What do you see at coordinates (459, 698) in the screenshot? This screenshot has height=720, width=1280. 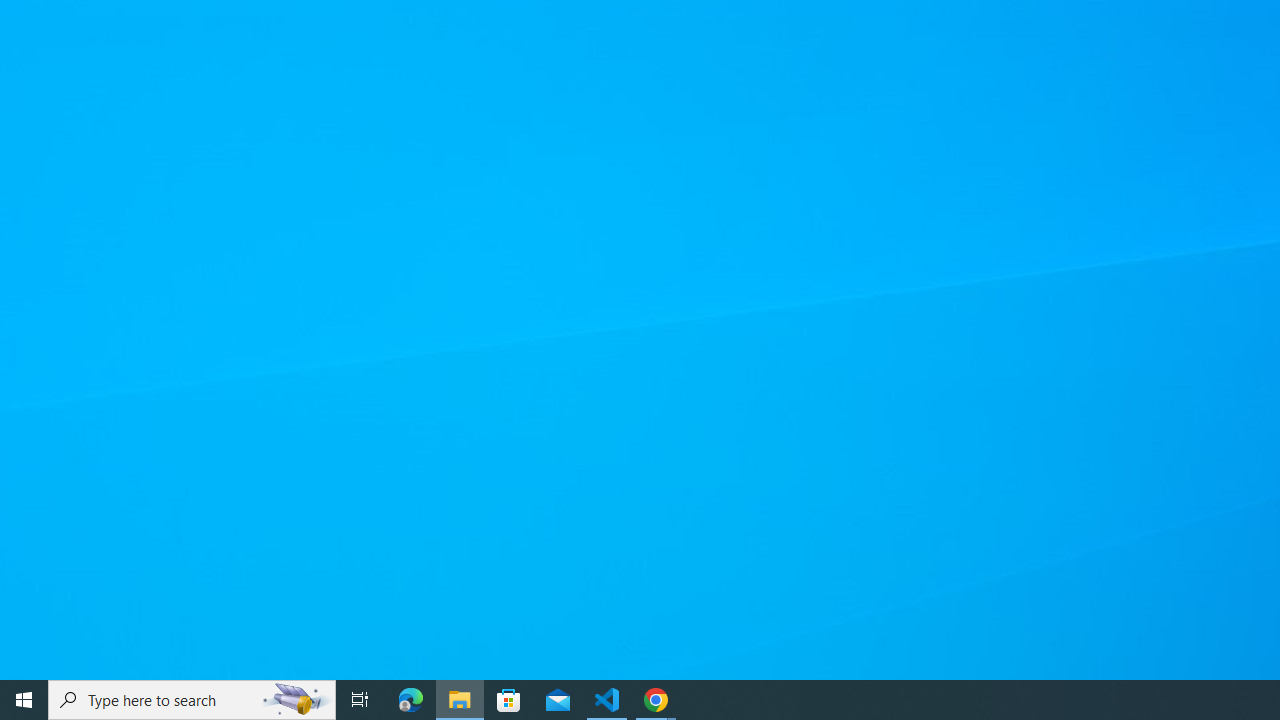 I see `'File Explorer - 1 running window'` at bounding box center [459, 698].